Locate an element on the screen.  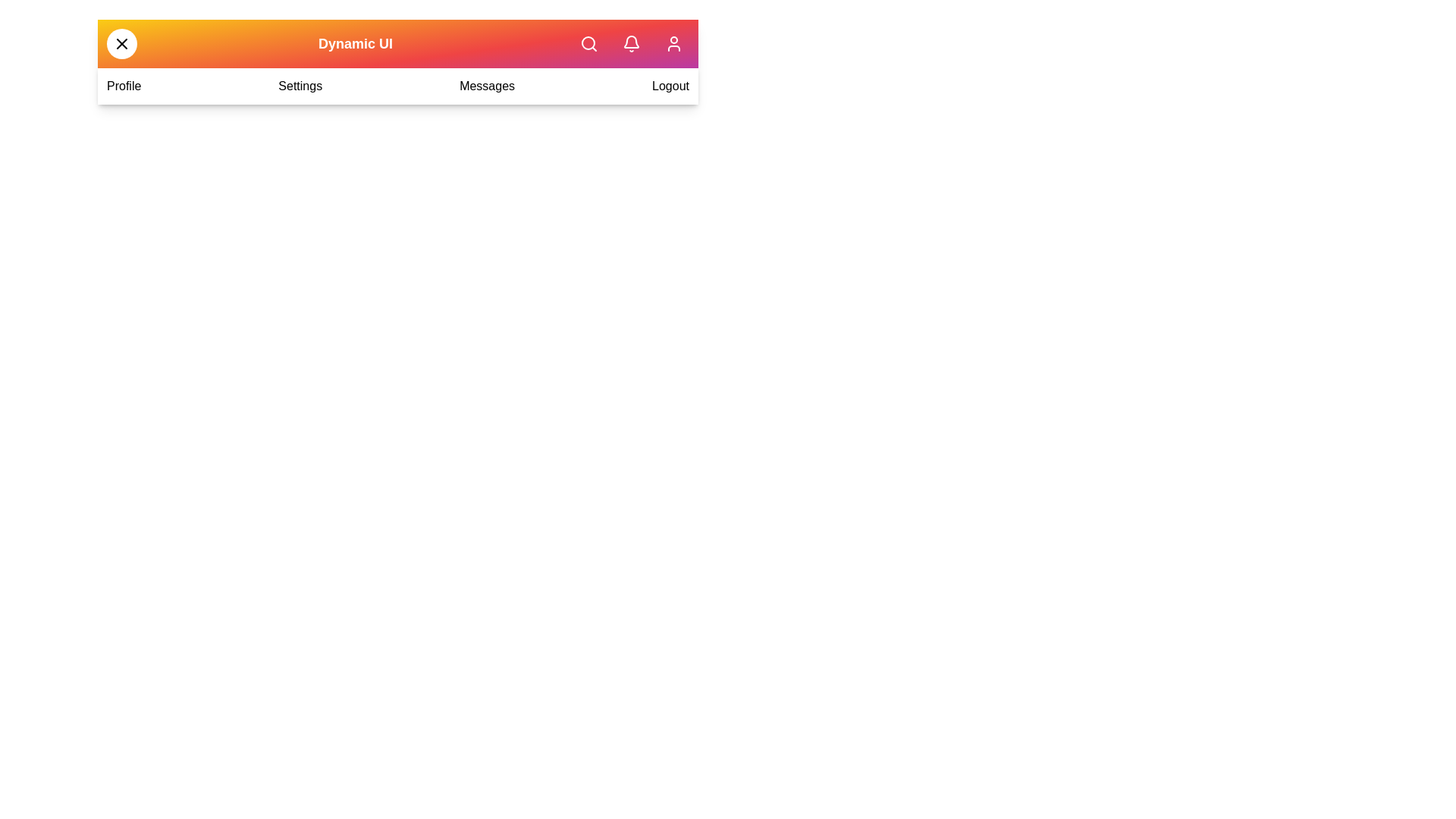
the user profile button is located at coordinates (673, 42).